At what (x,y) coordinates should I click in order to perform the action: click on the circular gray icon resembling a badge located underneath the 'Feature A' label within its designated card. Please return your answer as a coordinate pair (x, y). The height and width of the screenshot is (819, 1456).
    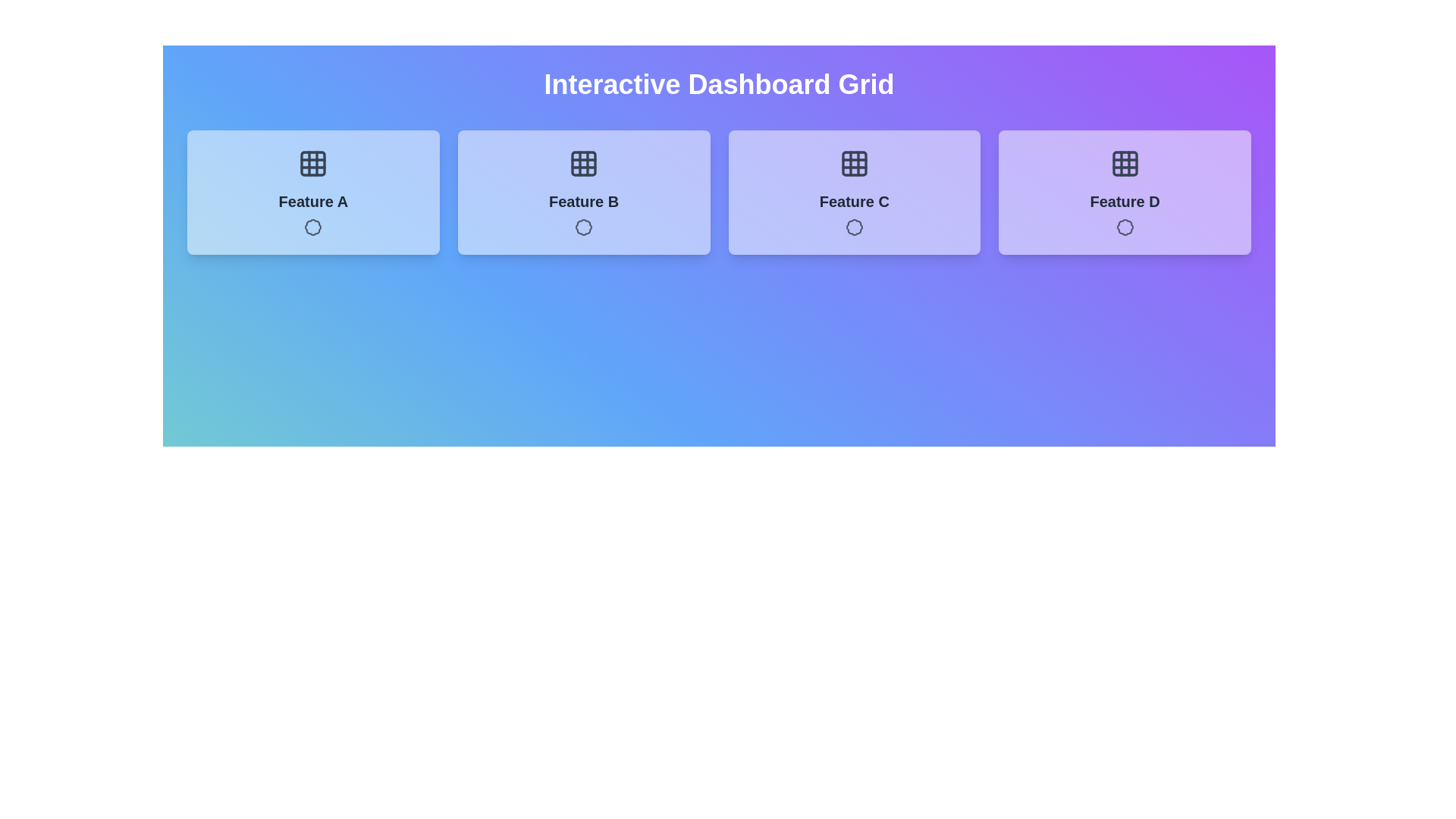
    Looking at the image, I should click on (312, 227).